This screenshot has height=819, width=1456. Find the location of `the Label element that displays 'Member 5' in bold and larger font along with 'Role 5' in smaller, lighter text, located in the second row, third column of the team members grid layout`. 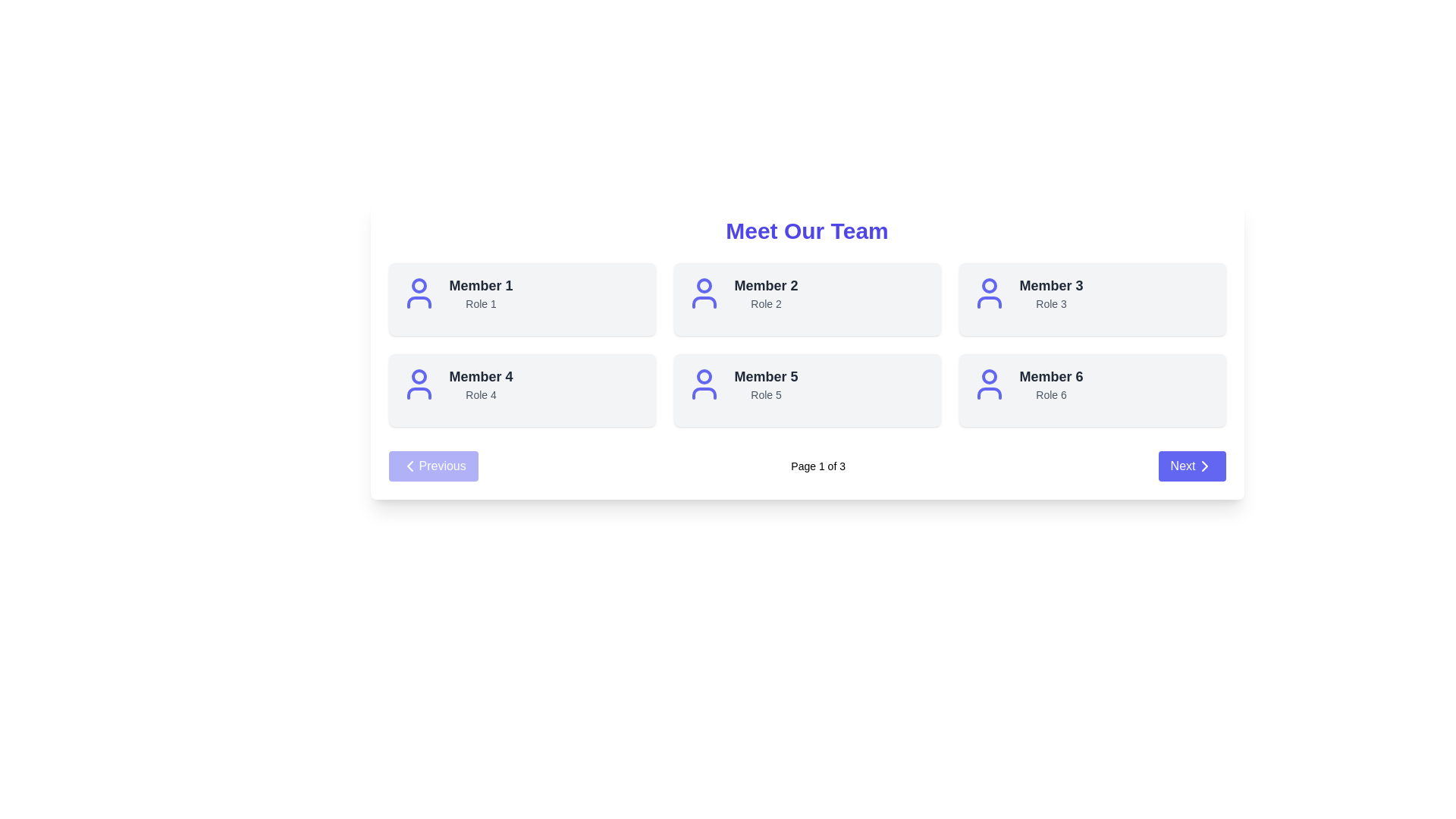

the Label element that displays 'Member 5' in bold and larger font along with 'Role 5' in smaller, lighter text, located in the second row, third column of the team members grid layout is located at coordinates (766, 383).